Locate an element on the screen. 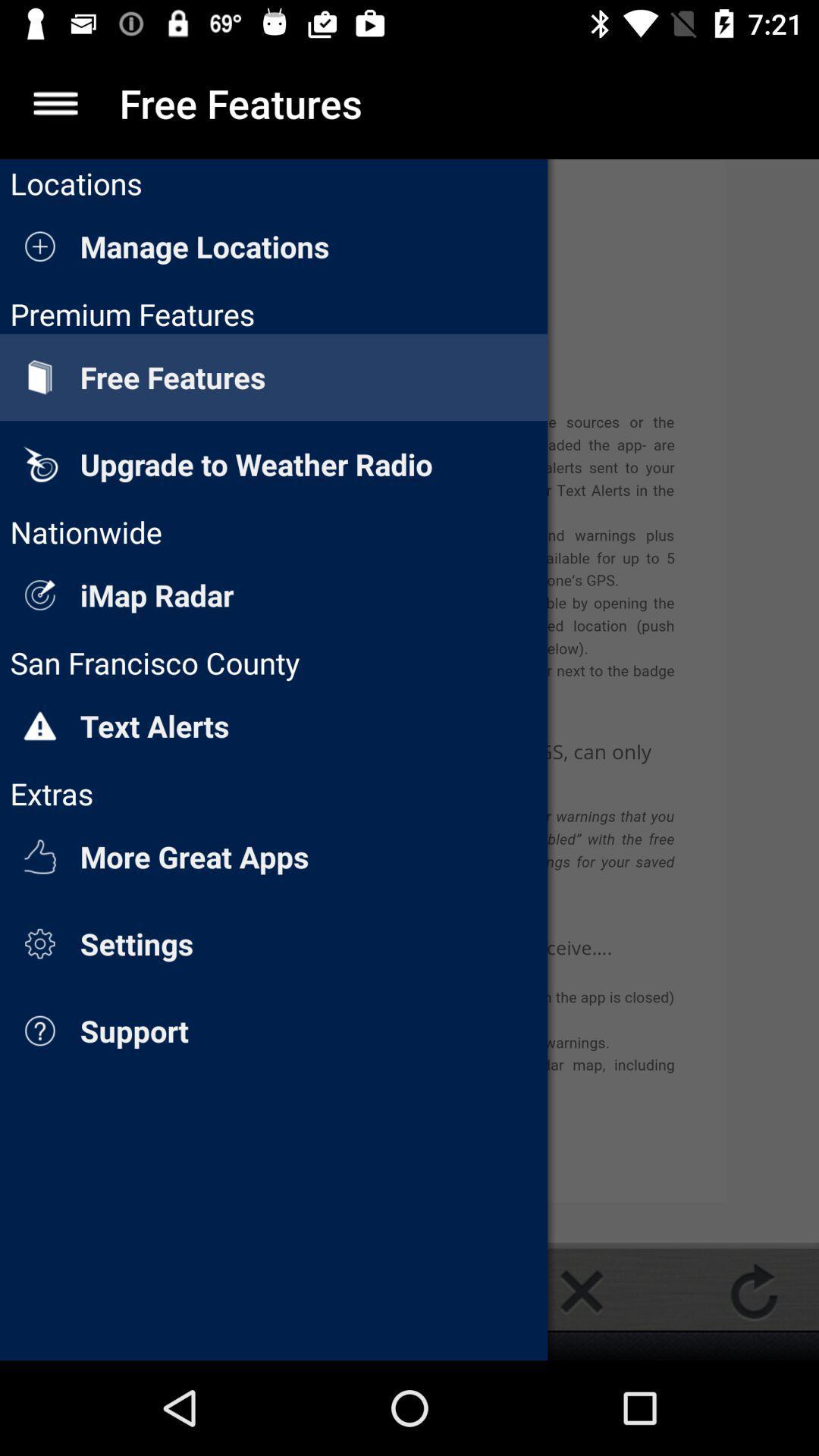 The image size is (819, 1456). menu options is located at coordinates (55, 102).